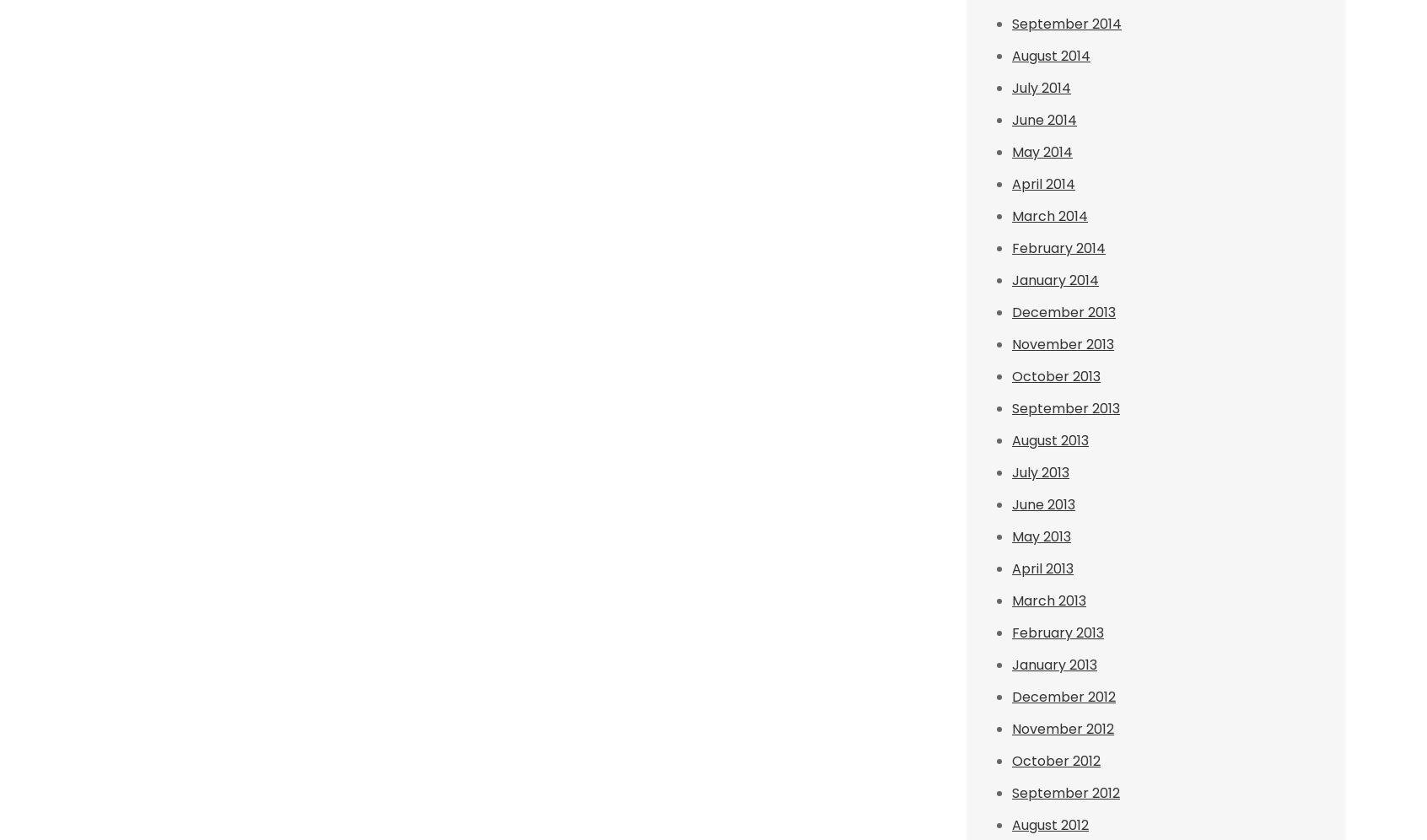  What do you see at coordinates (1054, 665) in the screenshot?
I see `'January 2013'` at bounding box center [1054, 665].